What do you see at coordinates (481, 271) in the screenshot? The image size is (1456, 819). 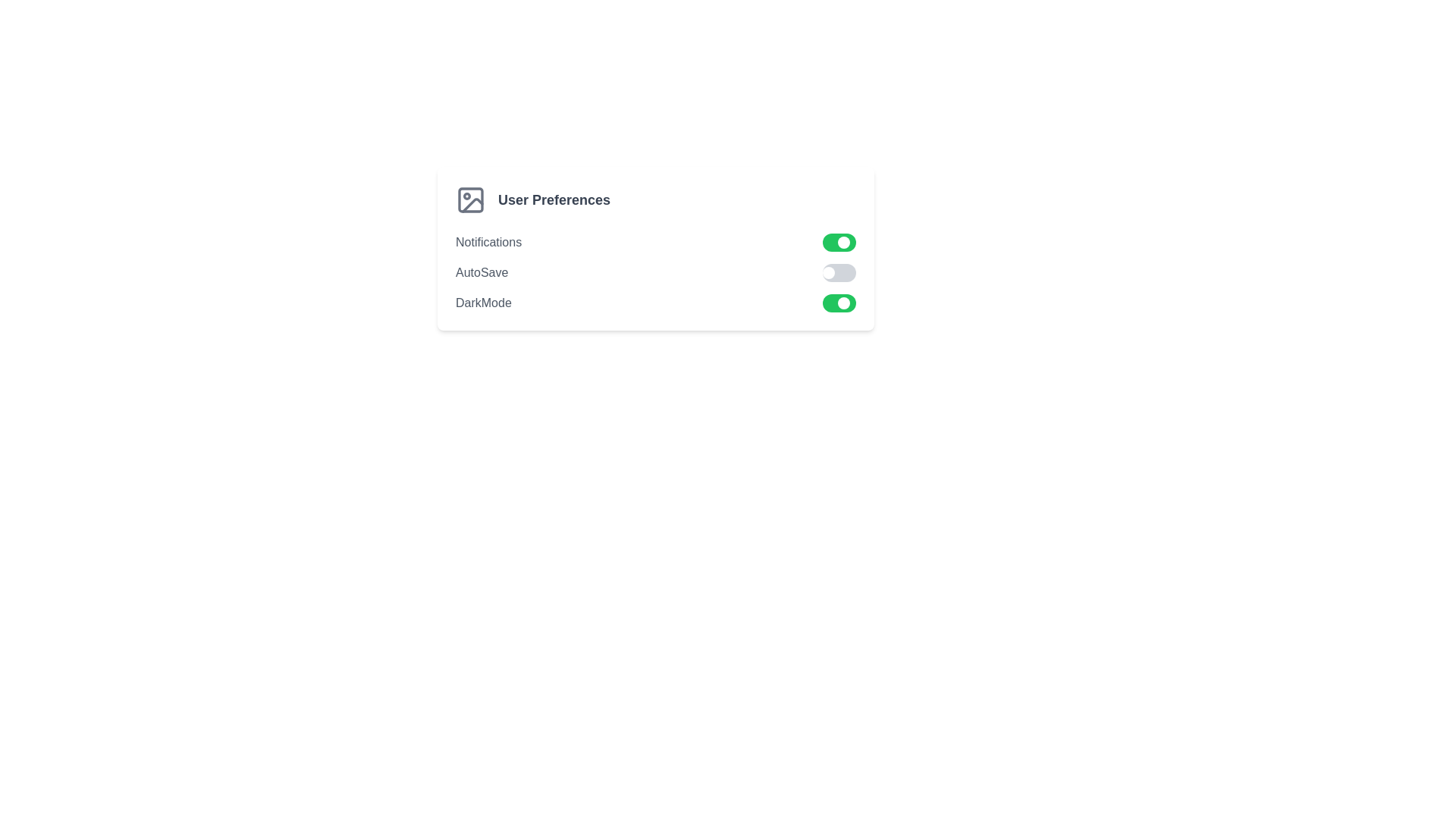 I see `the 'AutoSave' label which is positioned to the left of its corresponding toggle switch in the settings panel` at bounding box center [481, 271].